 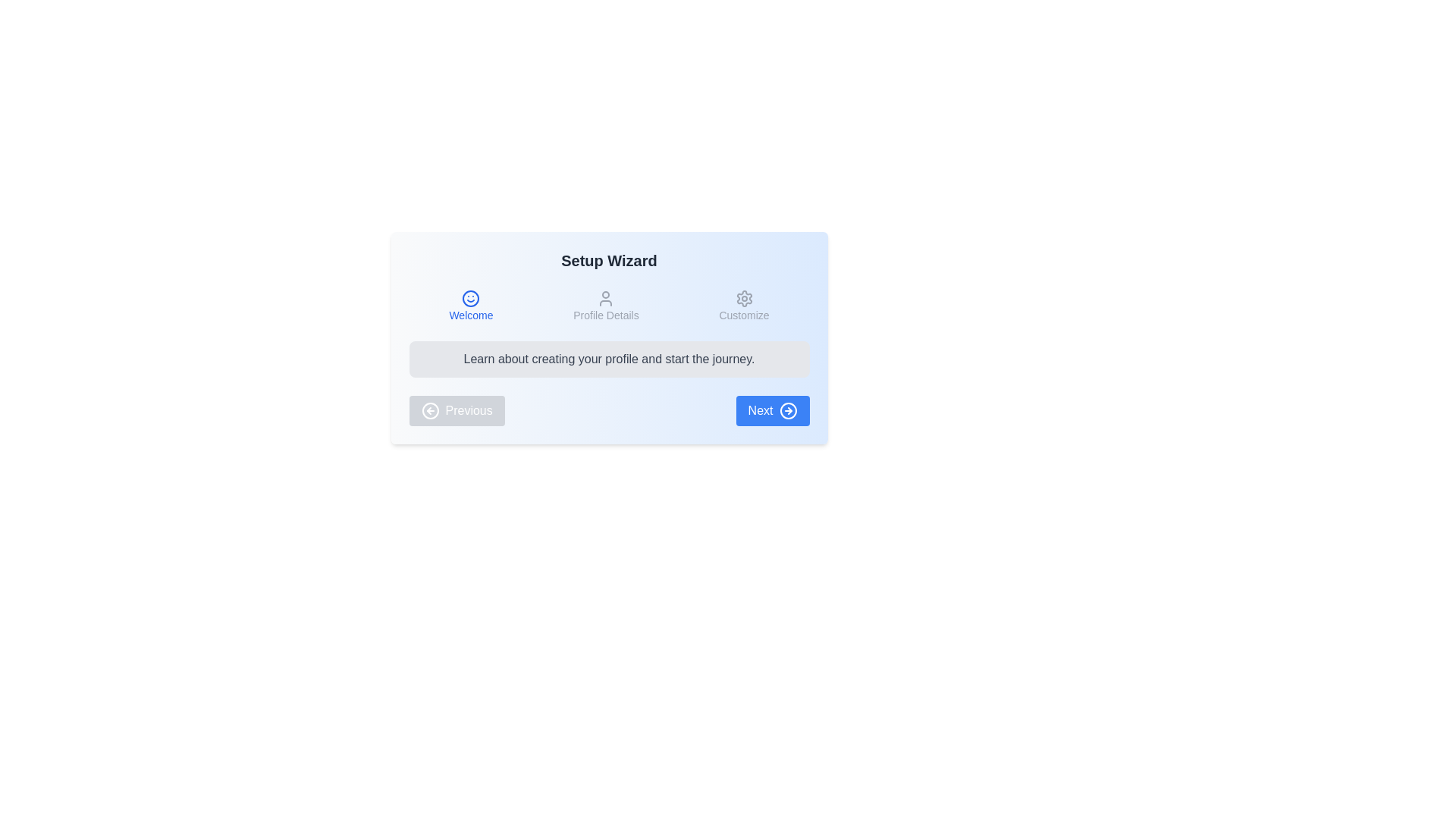 What do you see at coordinates (609, 359) in the screenshot?
I see `the text box that contains the message 'Learn about creating your profile and start the journey.' It is a rectangular box with a light gray background, located below the section indicators in a wizard-style interface` at bounding box center [609, 359].